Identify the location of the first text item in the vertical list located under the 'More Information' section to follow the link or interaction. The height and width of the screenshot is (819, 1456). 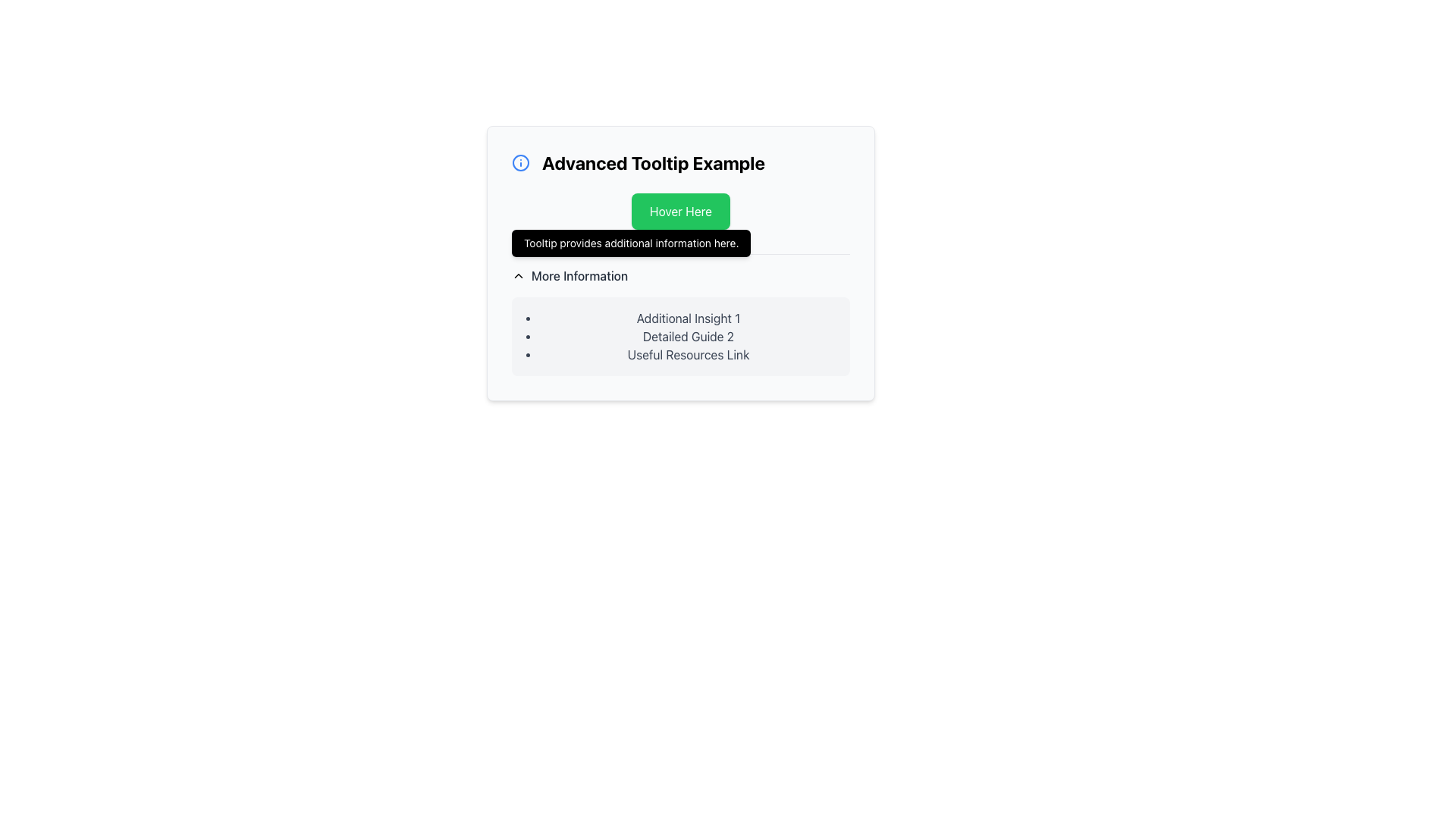
(687, 318).